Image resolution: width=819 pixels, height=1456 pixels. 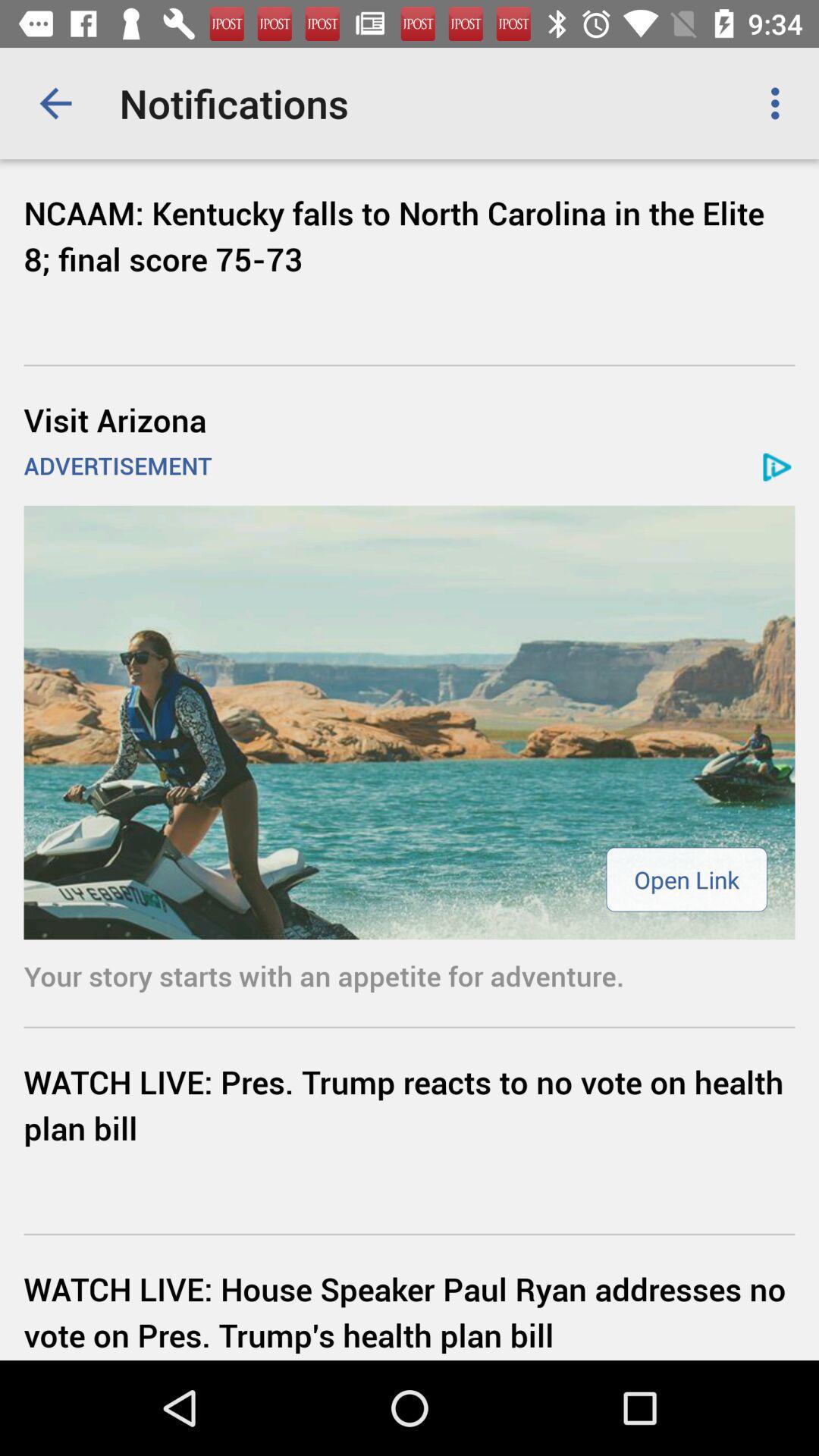 What do you see at coordinates (55, 102) in the screenshot?
I see `icon above ncaam kentucky falls` at bounding box center [55, 102].